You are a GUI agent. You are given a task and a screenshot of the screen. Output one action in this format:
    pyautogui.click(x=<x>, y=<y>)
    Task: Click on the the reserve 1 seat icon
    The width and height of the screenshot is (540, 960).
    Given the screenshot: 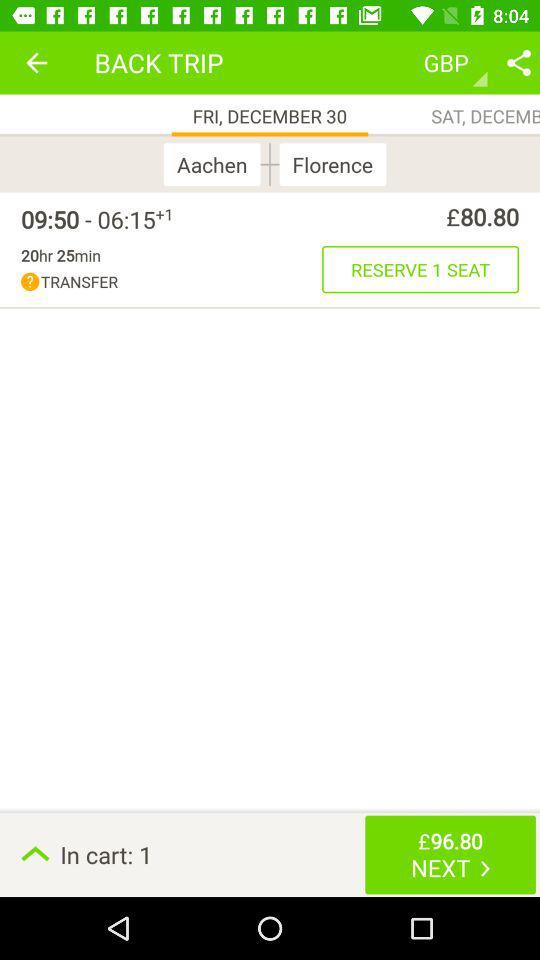 What is the action you would take?
    pyautogui.click(x=419, y=268)
    